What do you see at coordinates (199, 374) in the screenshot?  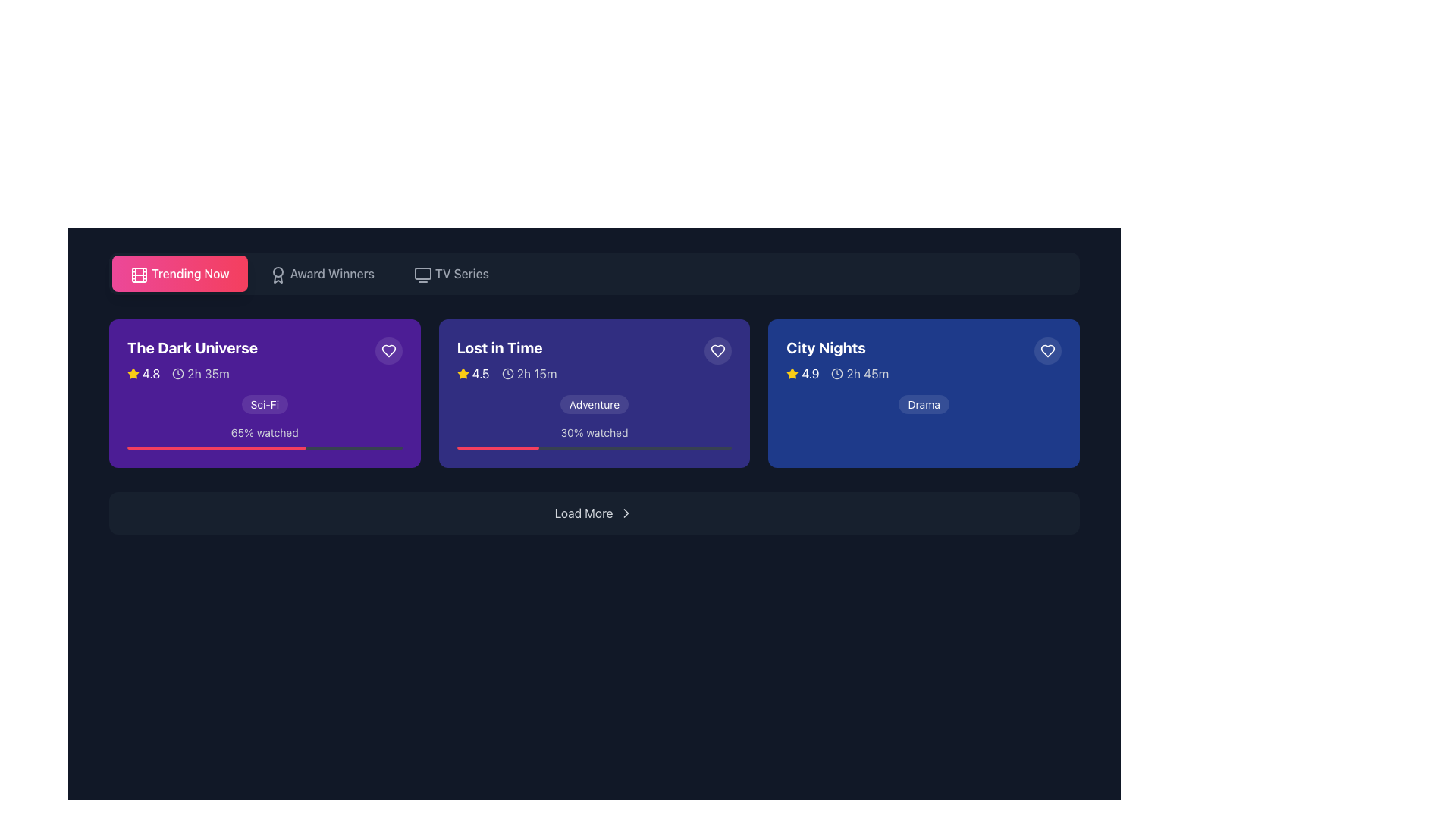 I see `the label displaying the duration '2h 35m' with a clock icon, which is located in the first card of a horizontal card list, positioned below the star-rating` at bounding box center [199, 374].